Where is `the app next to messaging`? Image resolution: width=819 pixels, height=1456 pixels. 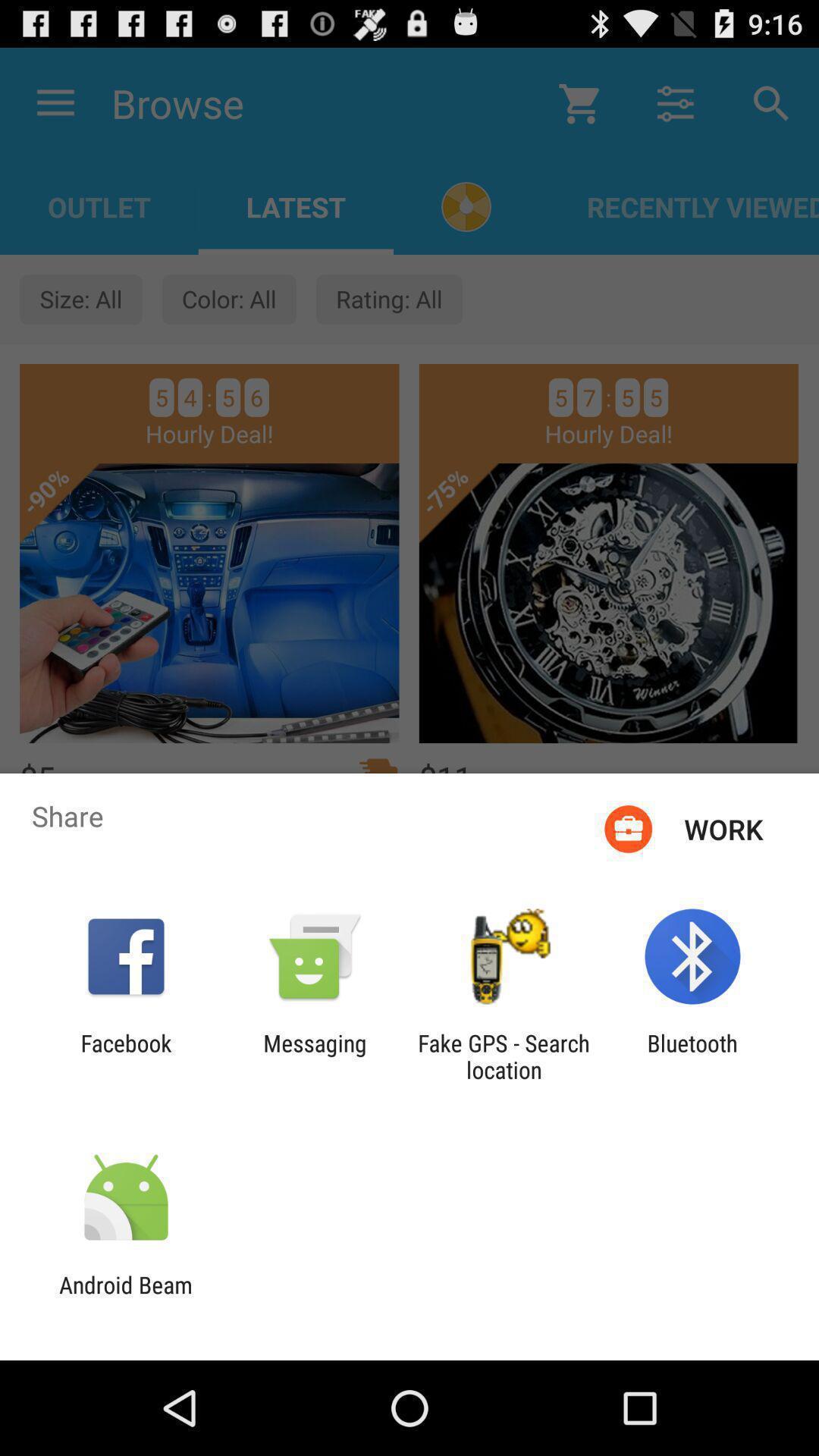
the app next to messaging is located at coordinates (125, 1056).